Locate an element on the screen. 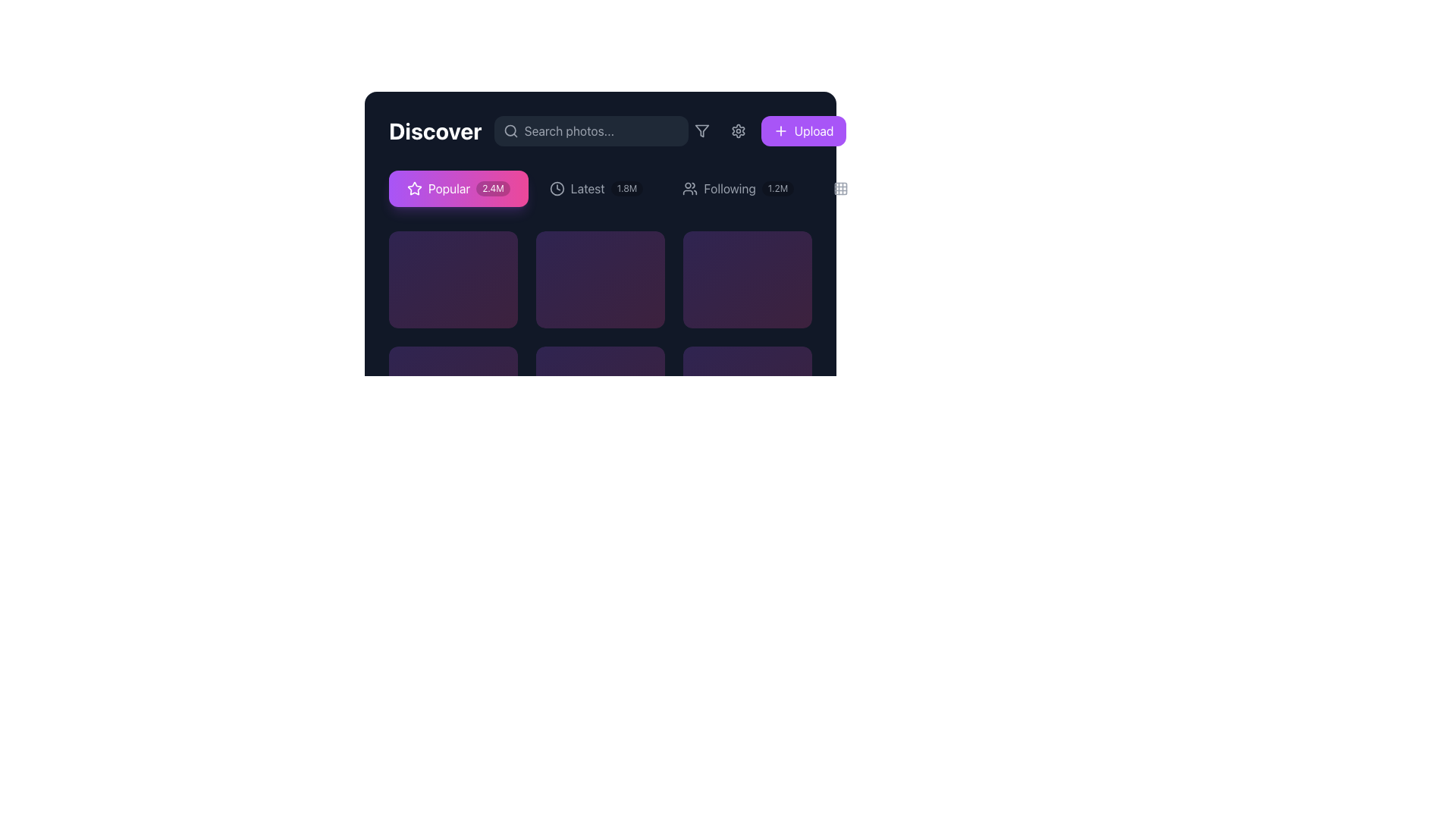 This screenshot has height=819, width=1456. the filter icon, represented by a funnel shape, located in the top-right corner of the application's header bar to initiate a filtering action is located at coordinates (701, 130).